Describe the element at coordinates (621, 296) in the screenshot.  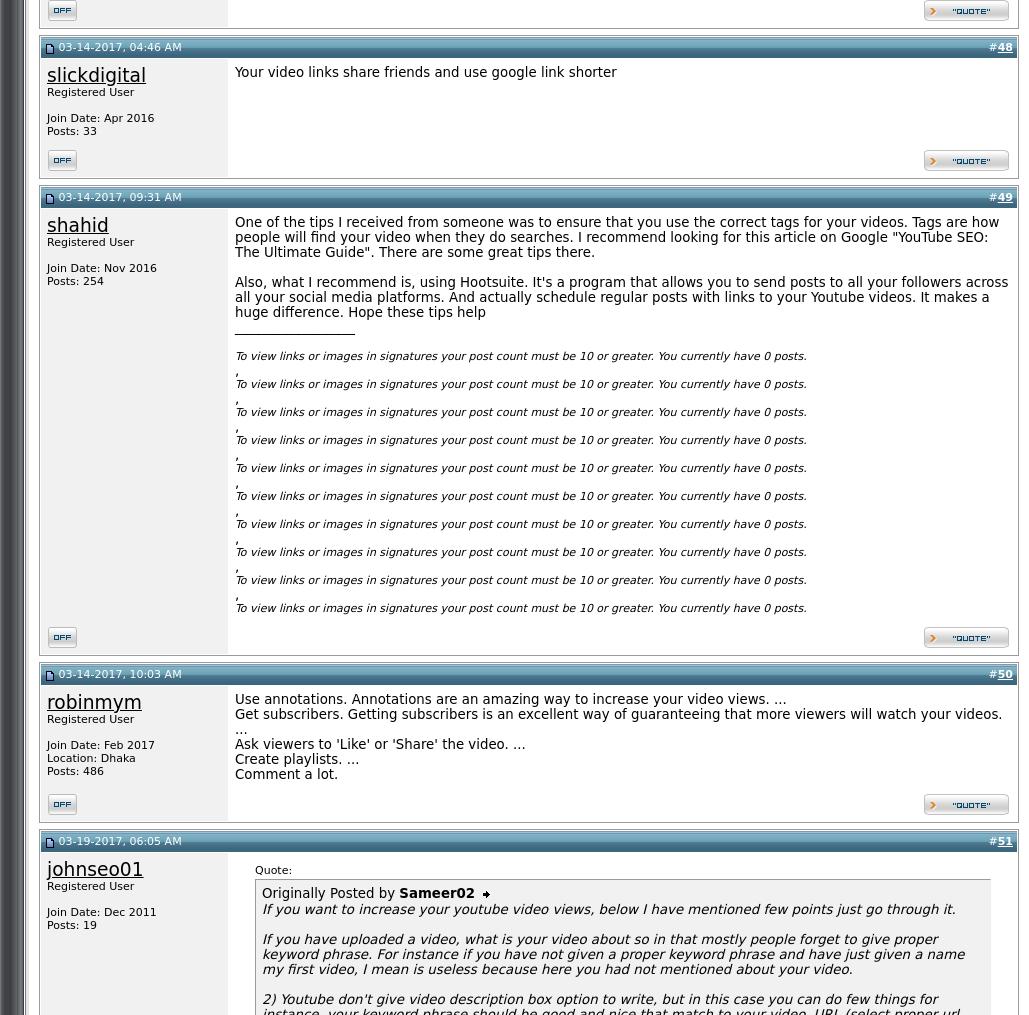
I see `'Also, what I recommend is, using Hootsuite. It's a program that allows you to send posts to all your followers across all your social media platforms. And actually schedule regular posts with links to your Youtube videos. It makes a huge difference. Hope these tips help'` at that location.